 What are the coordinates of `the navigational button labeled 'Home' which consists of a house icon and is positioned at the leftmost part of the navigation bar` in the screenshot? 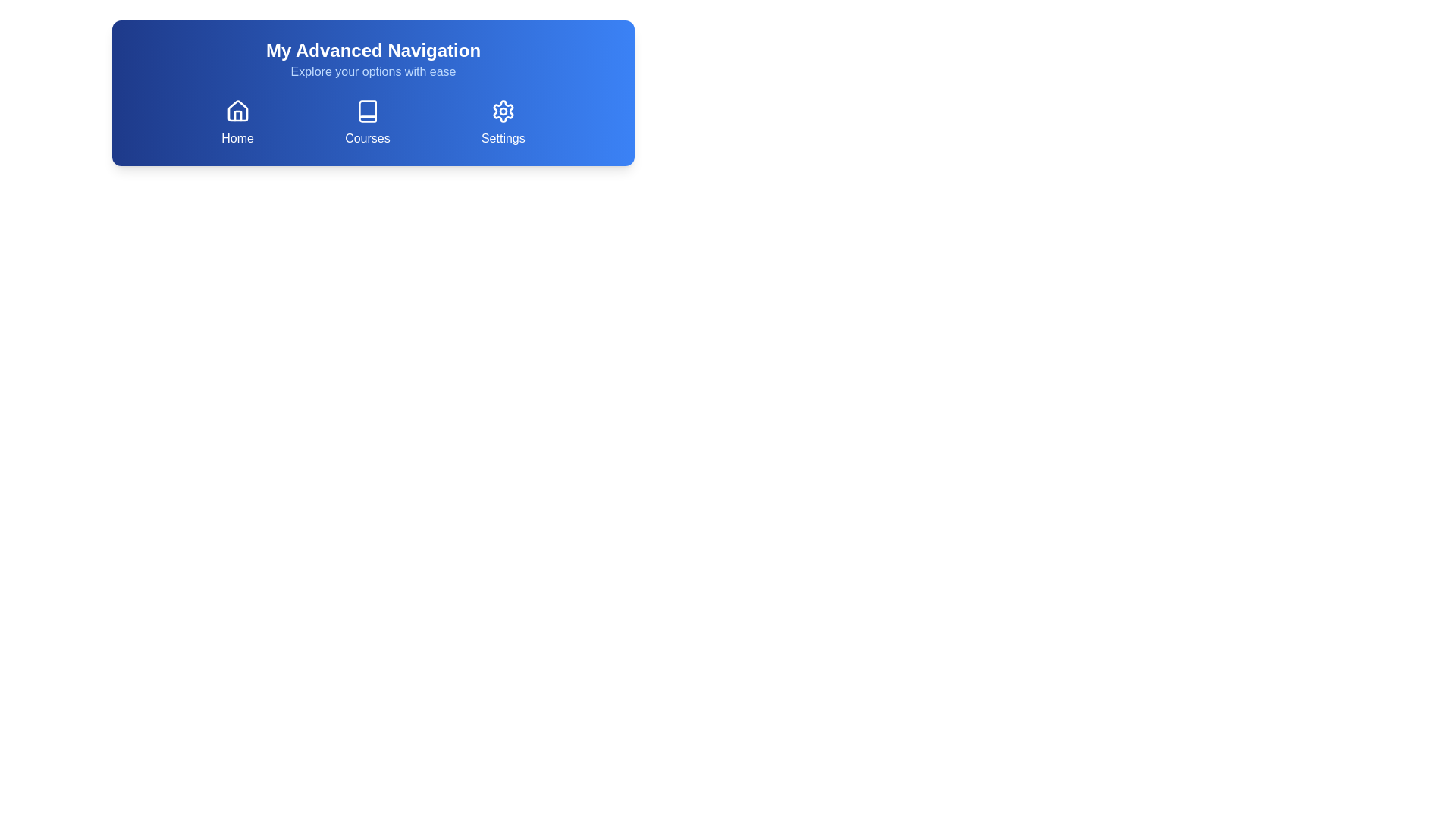 It's located at (237, 122).